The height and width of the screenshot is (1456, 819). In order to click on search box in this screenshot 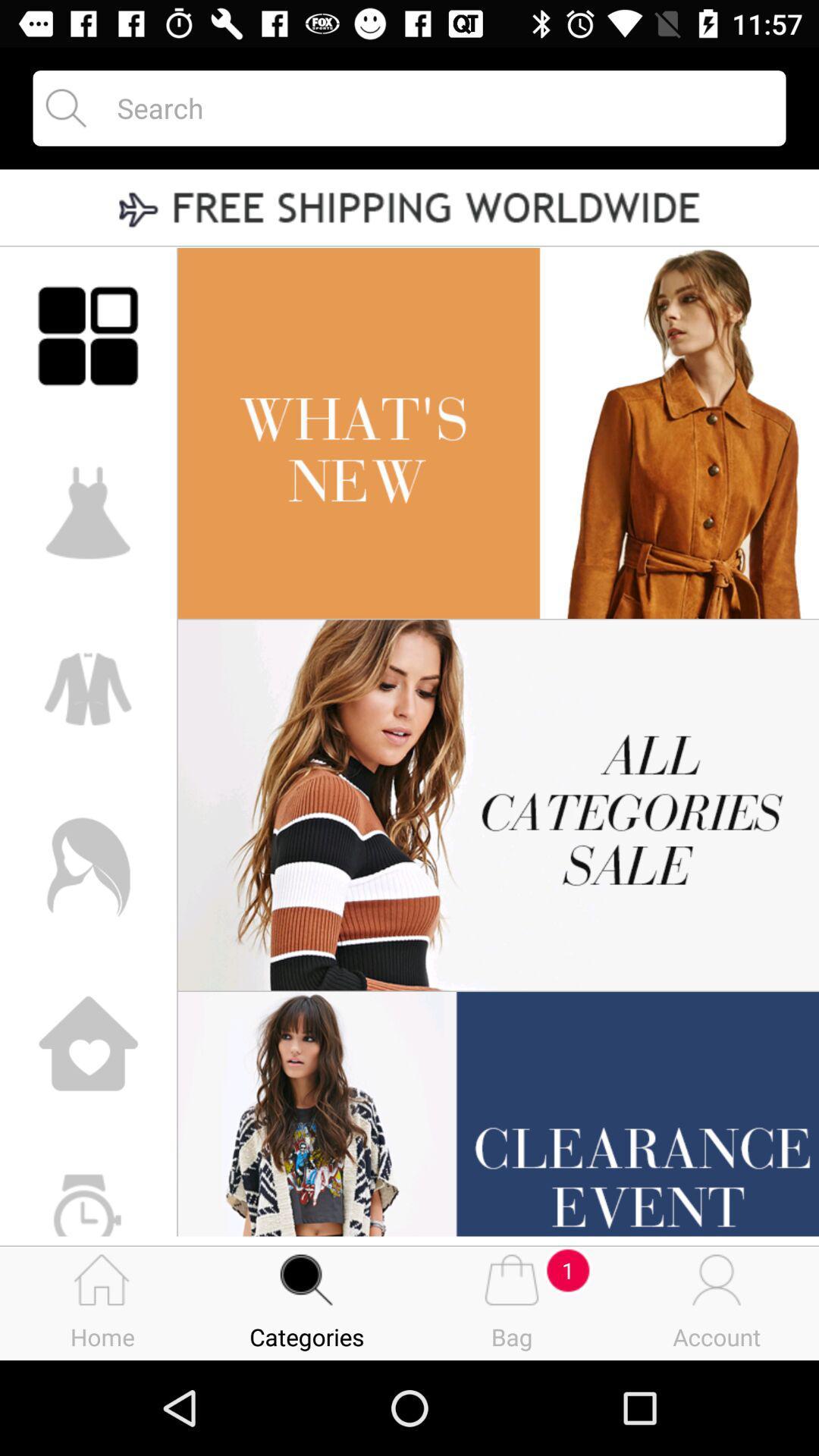, I will do `click(438, 107)`.